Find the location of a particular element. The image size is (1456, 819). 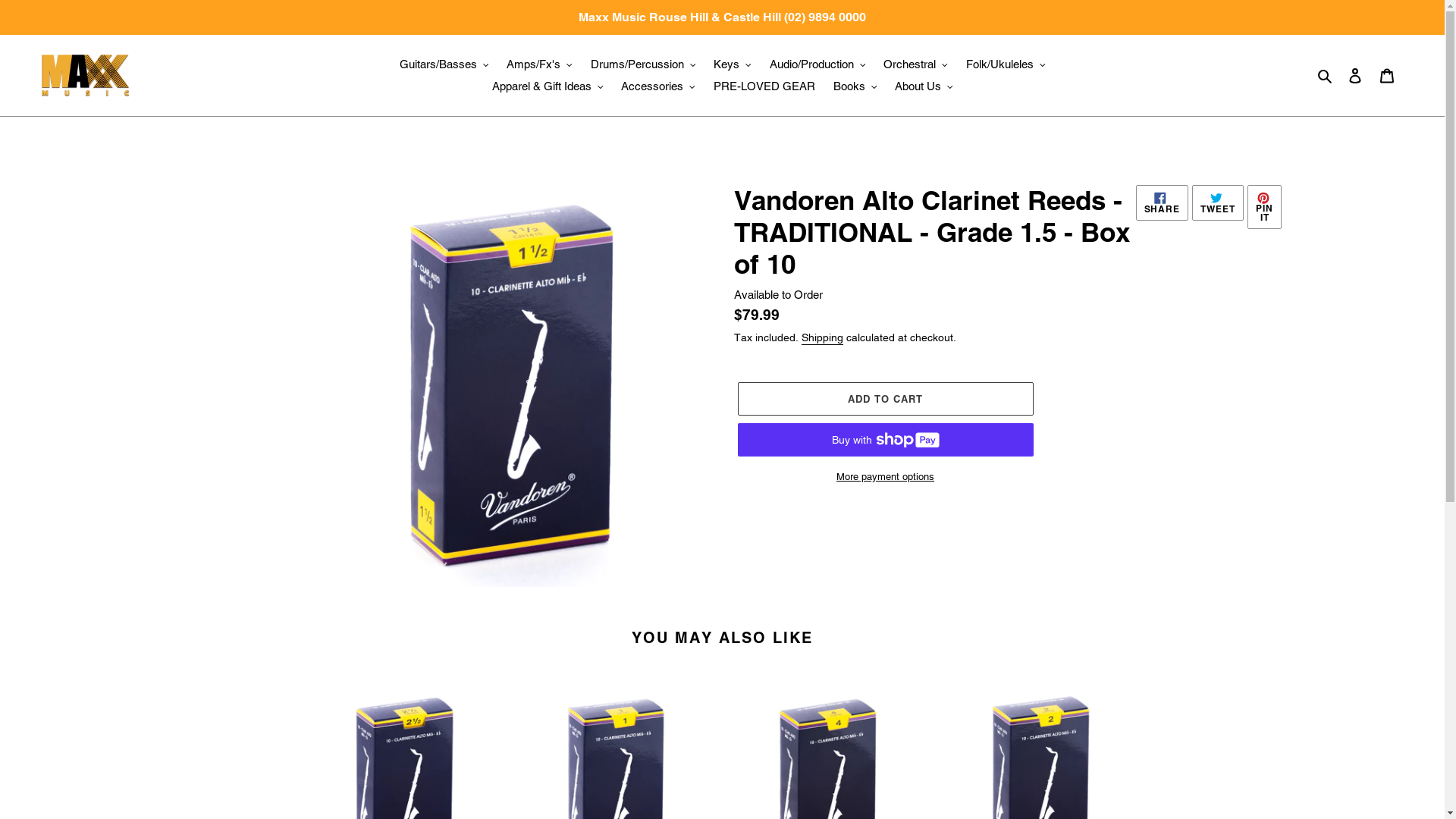

'SHARE is located at coordinates (1161, 202).